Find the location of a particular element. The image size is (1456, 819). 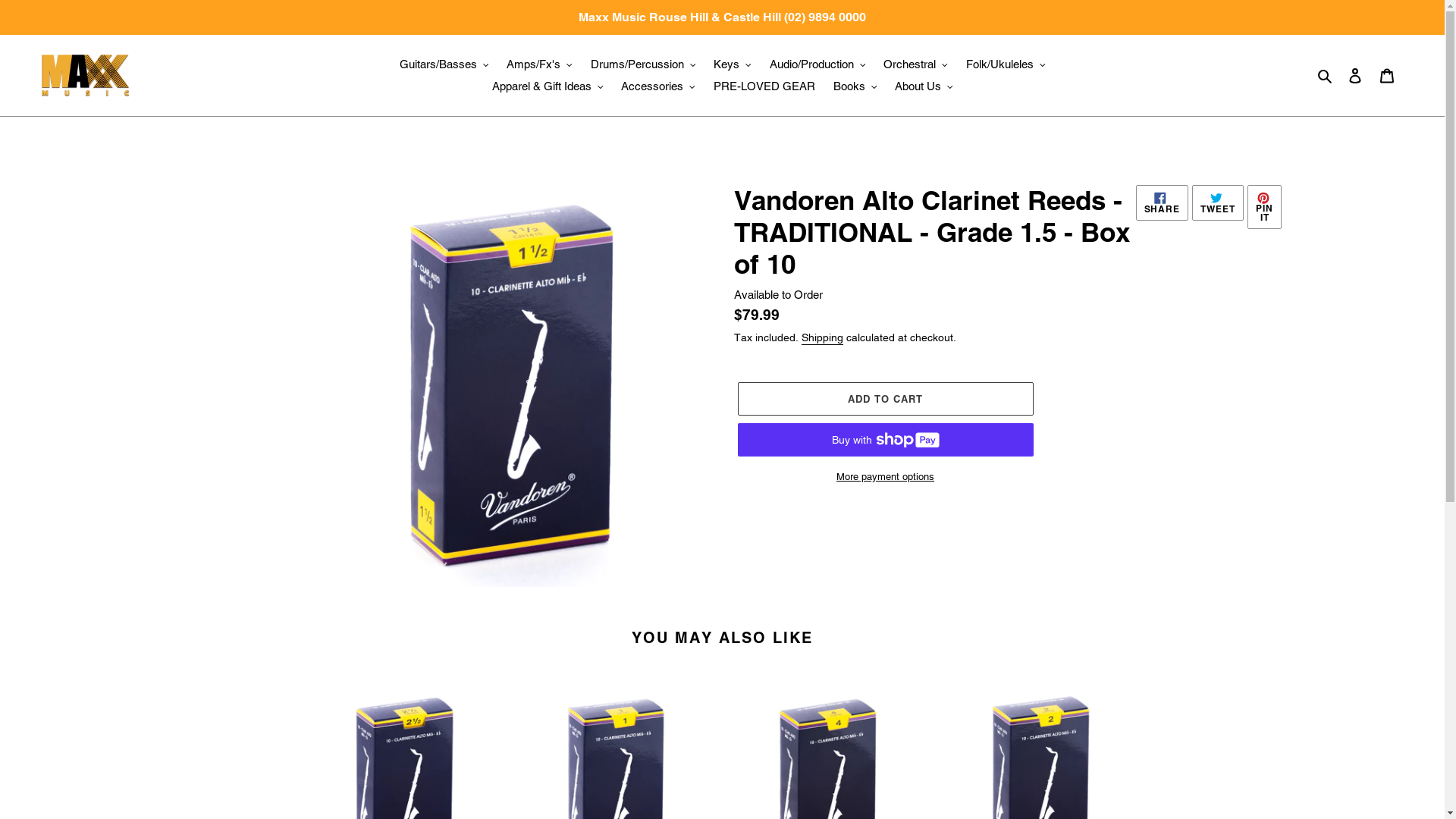

'SHARE is located at coordinates (1161, 202).